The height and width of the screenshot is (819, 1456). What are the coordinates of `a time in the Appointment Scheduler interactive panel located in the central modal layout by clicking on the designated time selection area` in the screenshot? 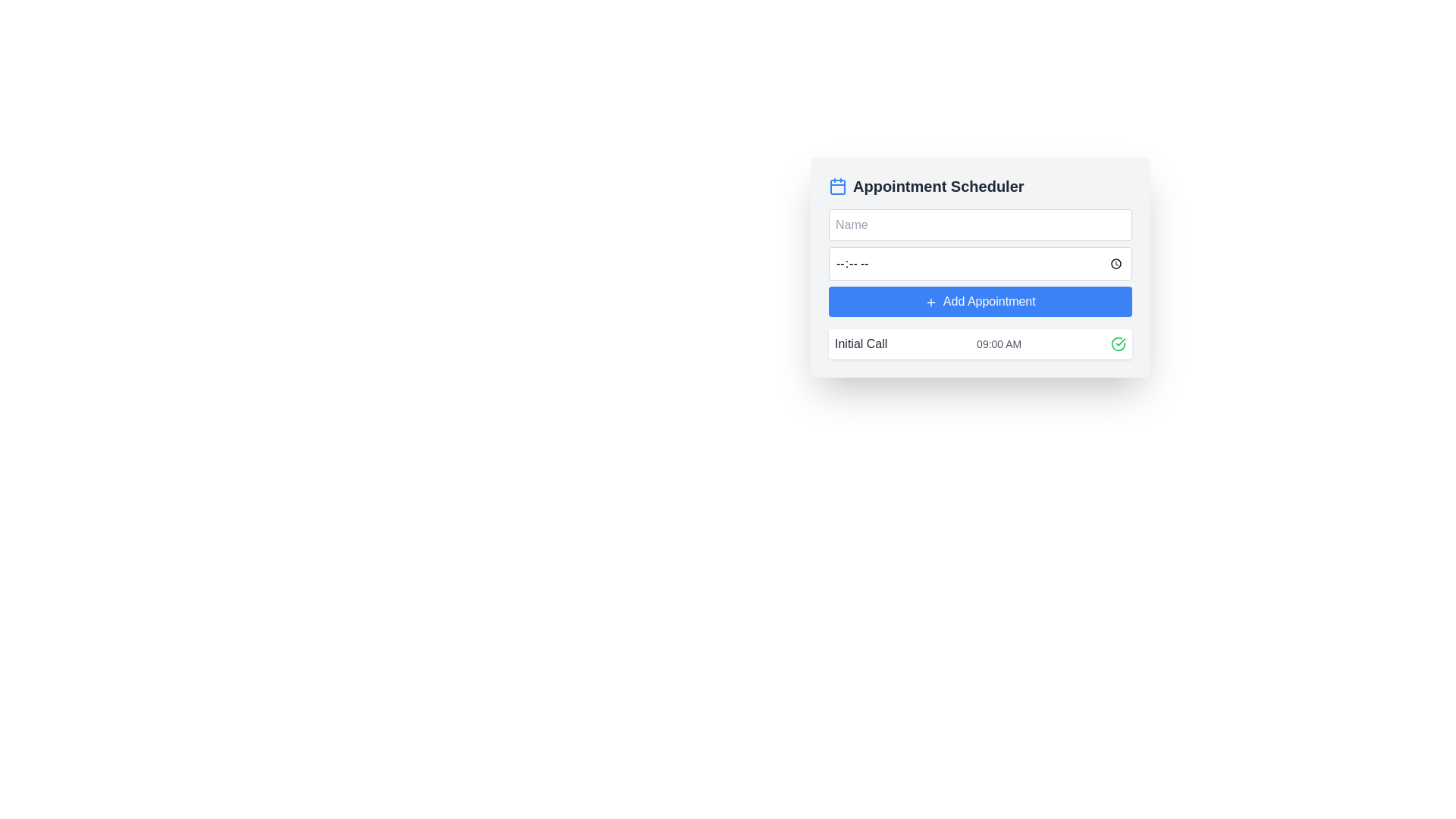 It's located at (980, 267).